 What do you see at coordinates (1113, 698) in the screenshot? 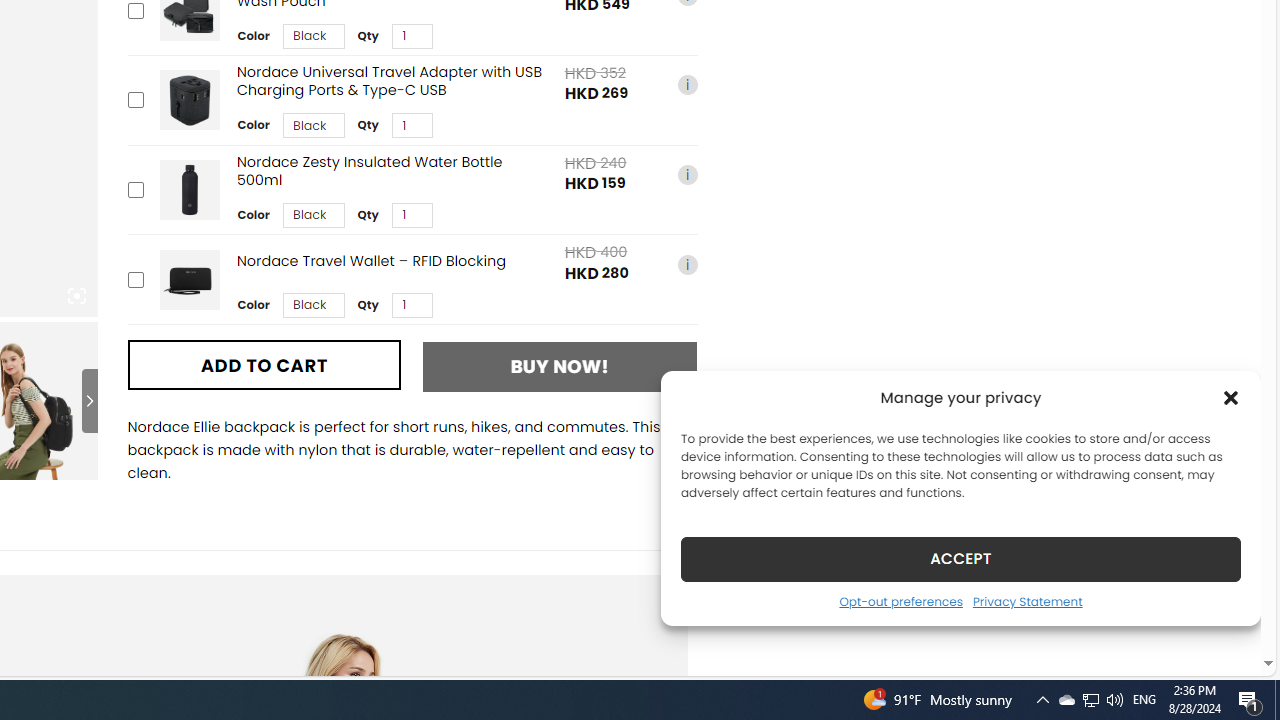
I see `'Q2790: 100%'` at bounding box center [1113, 698].